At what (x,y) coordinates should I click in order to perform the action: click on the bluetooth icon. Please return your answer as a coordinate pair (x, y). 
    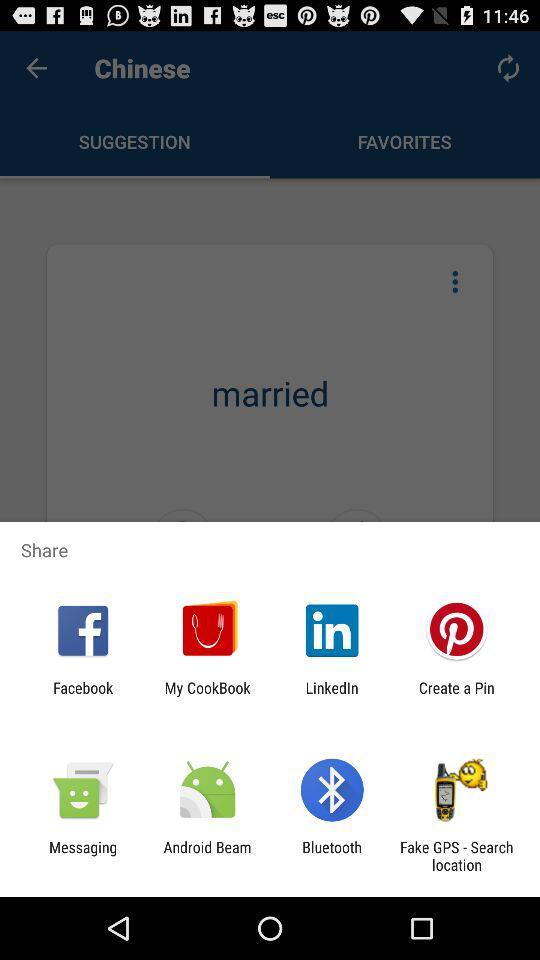
    Looking at the image, I should click on (332, 855).